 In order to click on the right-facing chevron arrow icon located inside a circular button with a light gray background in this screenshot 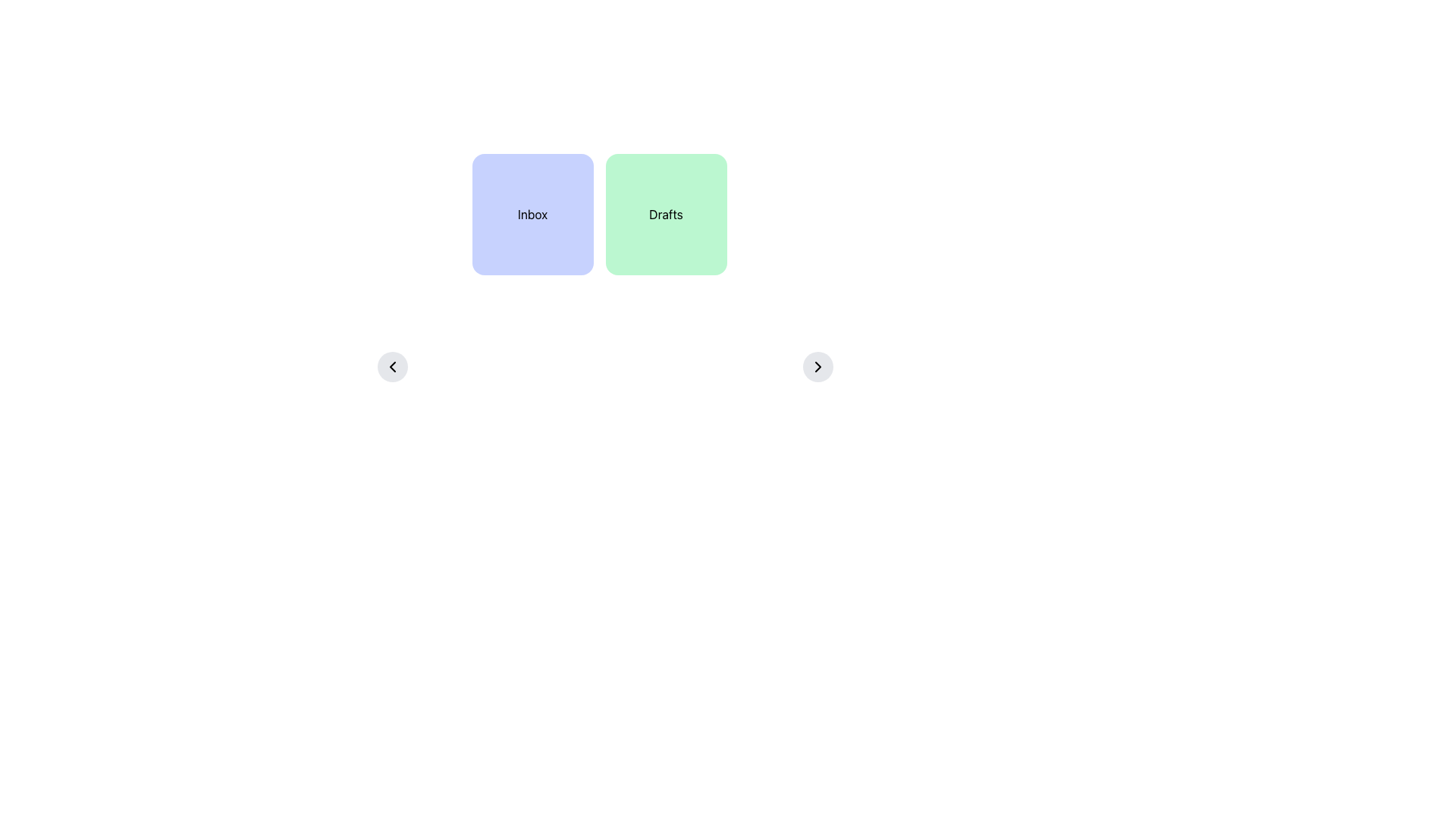, I will do `click(817, 366)`.